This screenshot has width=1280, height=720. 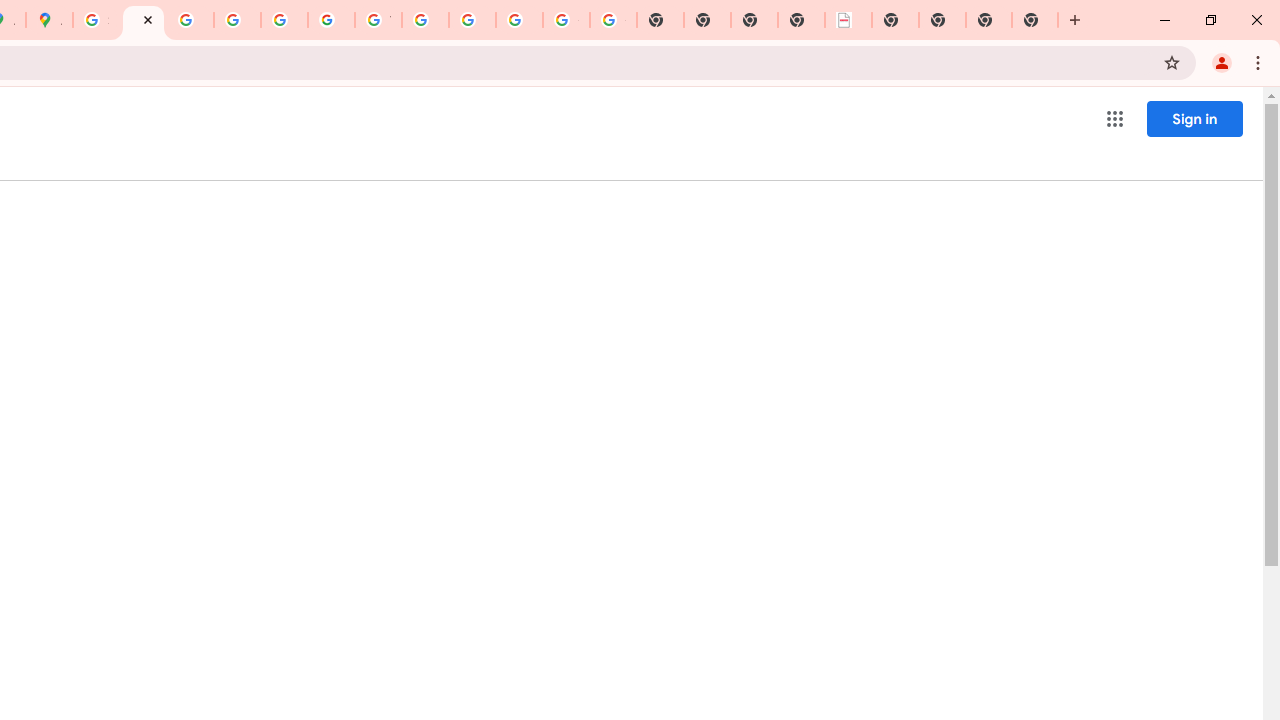 What do you see at coordinates (1035, 20) in the screenshot?
I see `'New Tab'` at bounding box center [1035, 20].